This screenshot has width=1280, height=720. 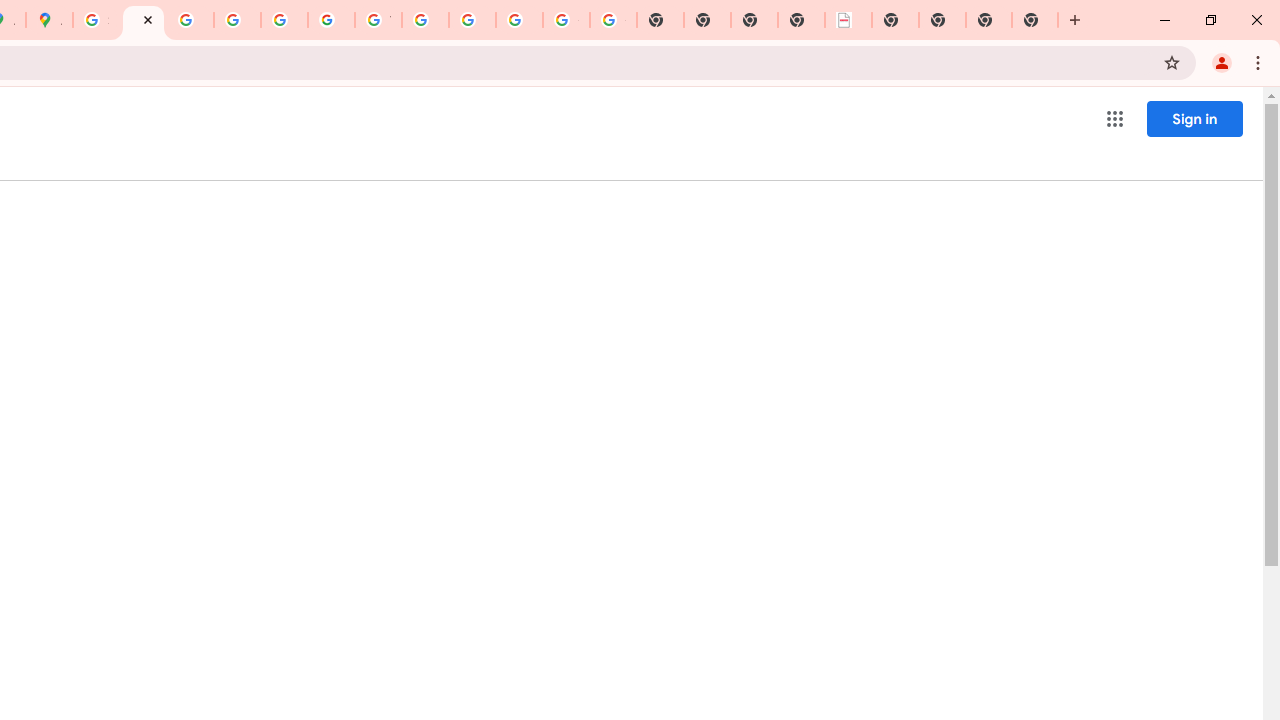 What do you see at coordinates (1035, 20) in the screenshot?
I see `'New Tab'` at bounding box center [1035, 20].